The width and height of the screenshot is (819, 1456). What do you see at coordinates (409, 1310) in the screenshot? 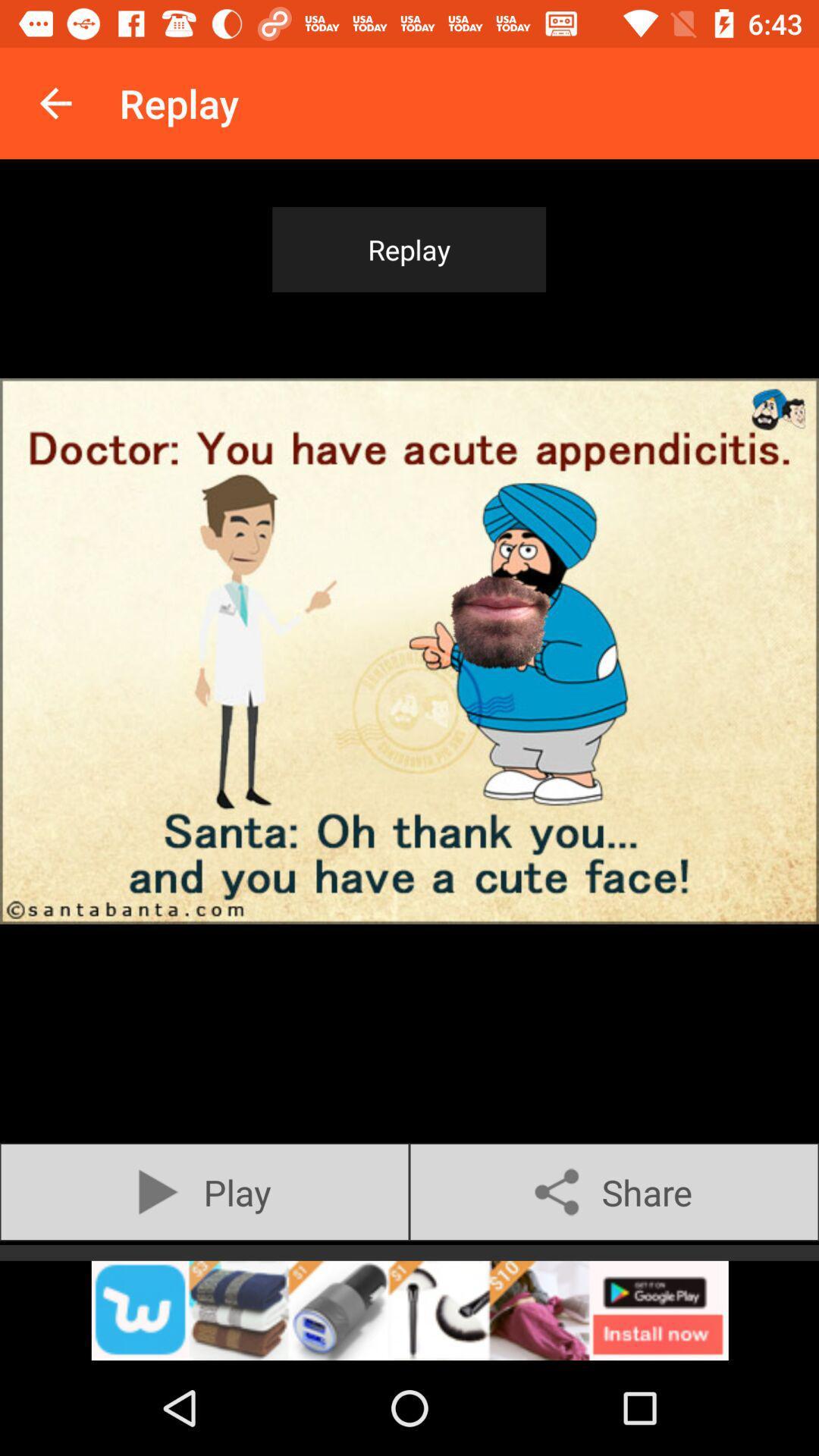
I see `get more information` at bounding box center [409, 1310].